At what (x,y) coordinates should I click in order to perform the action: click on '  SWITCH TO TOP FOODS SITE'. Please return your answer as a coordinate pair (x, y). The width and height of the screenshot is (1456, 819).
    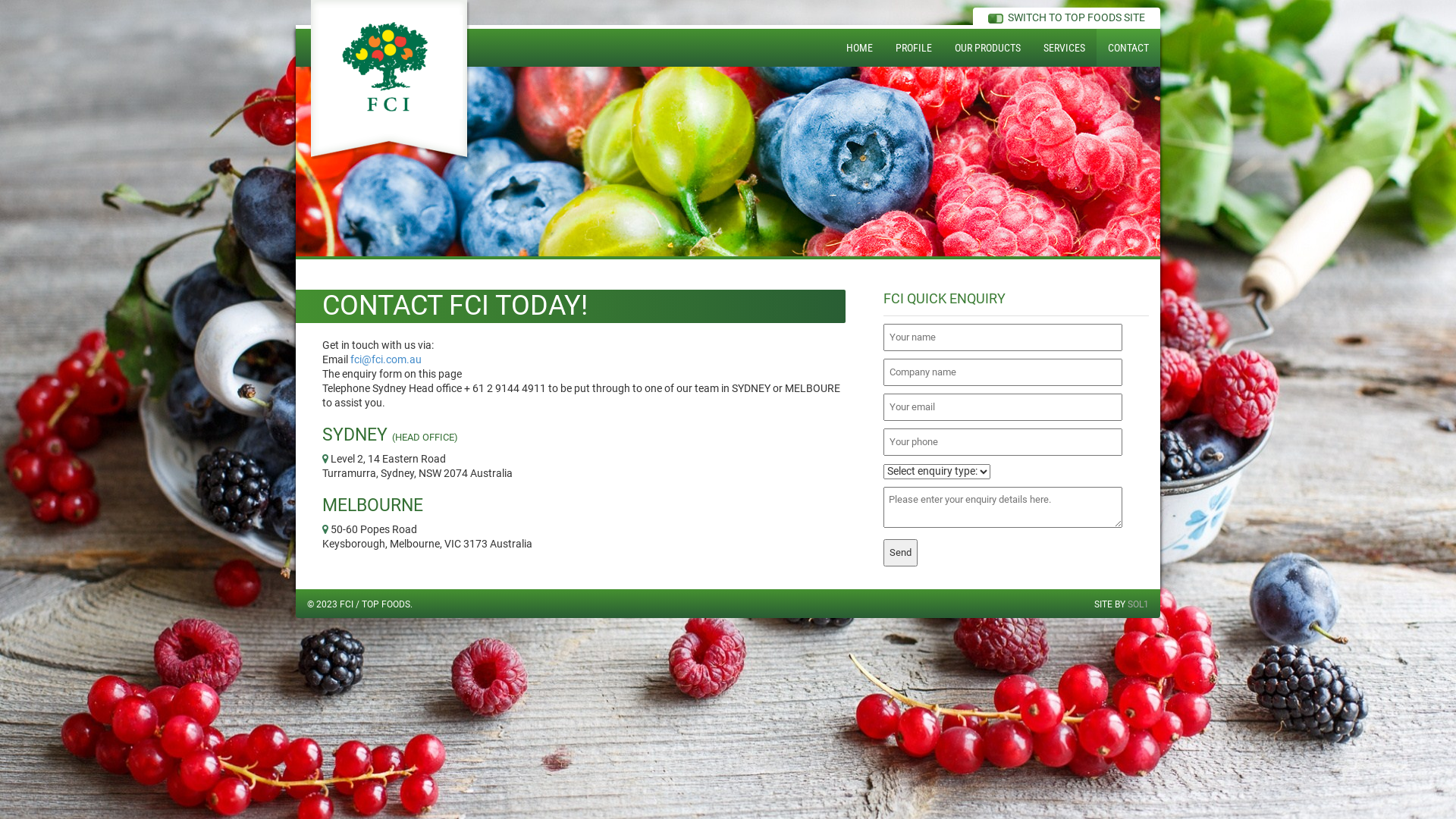
    Looking at the image, I should click on (987, 17).